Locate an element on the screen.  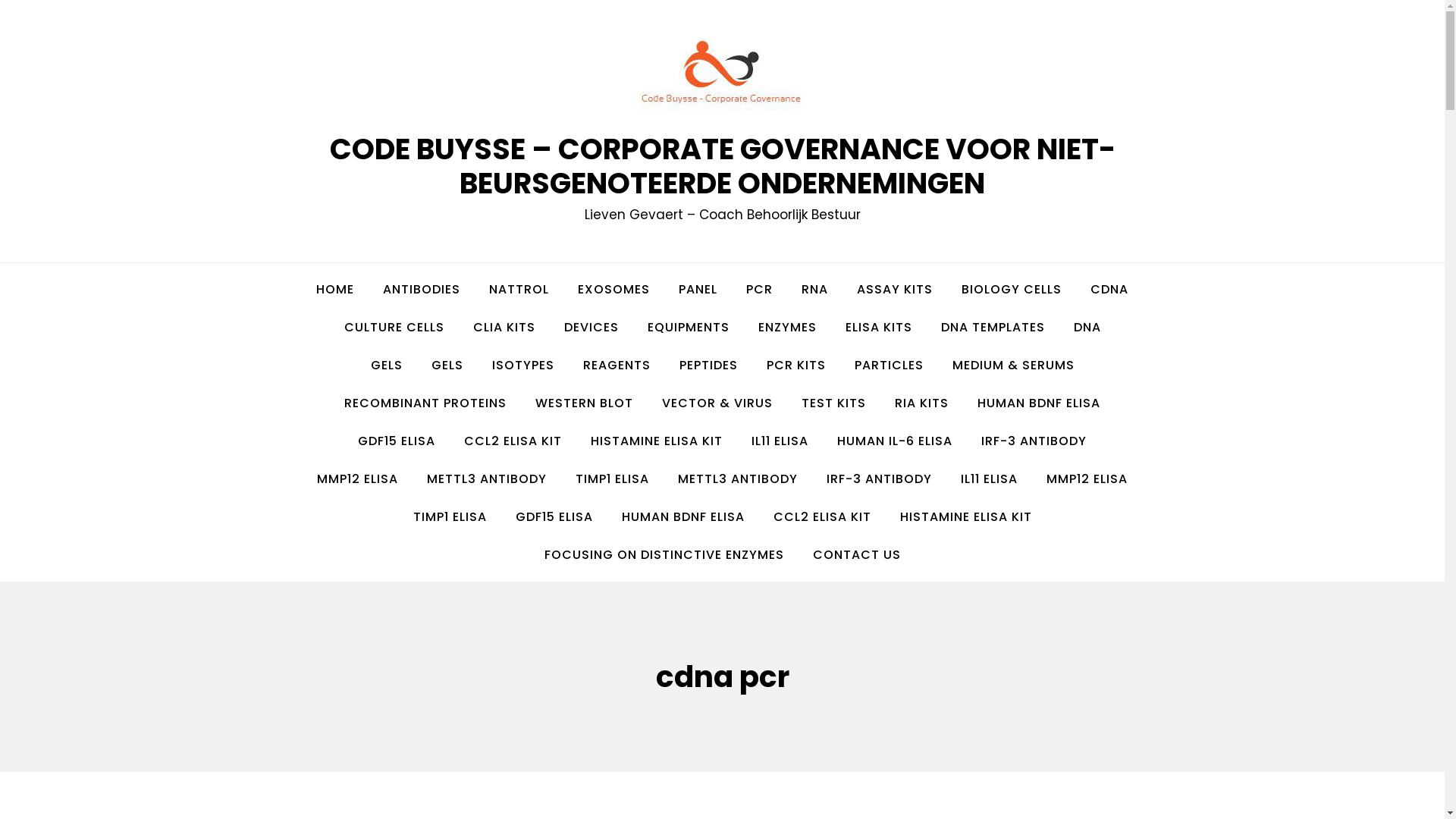
'MEDIUM & SERUMS' is located at coordinates (938, 366).